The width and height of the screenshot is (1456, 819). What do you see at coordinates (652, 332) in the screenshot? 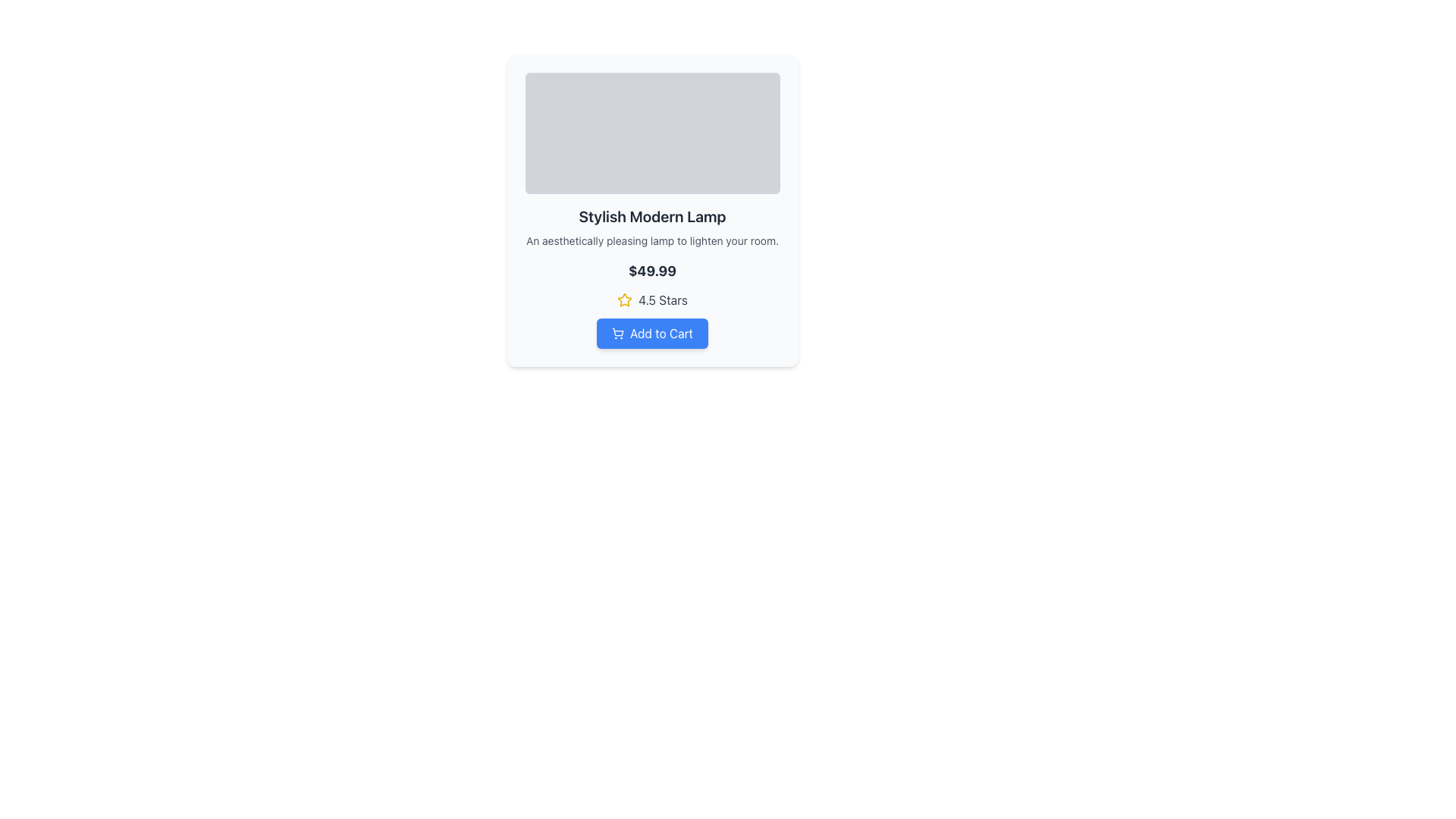
I see `the 'Add to Cart' button located at the bottom of the card layout` at bounding box center [652, 332].